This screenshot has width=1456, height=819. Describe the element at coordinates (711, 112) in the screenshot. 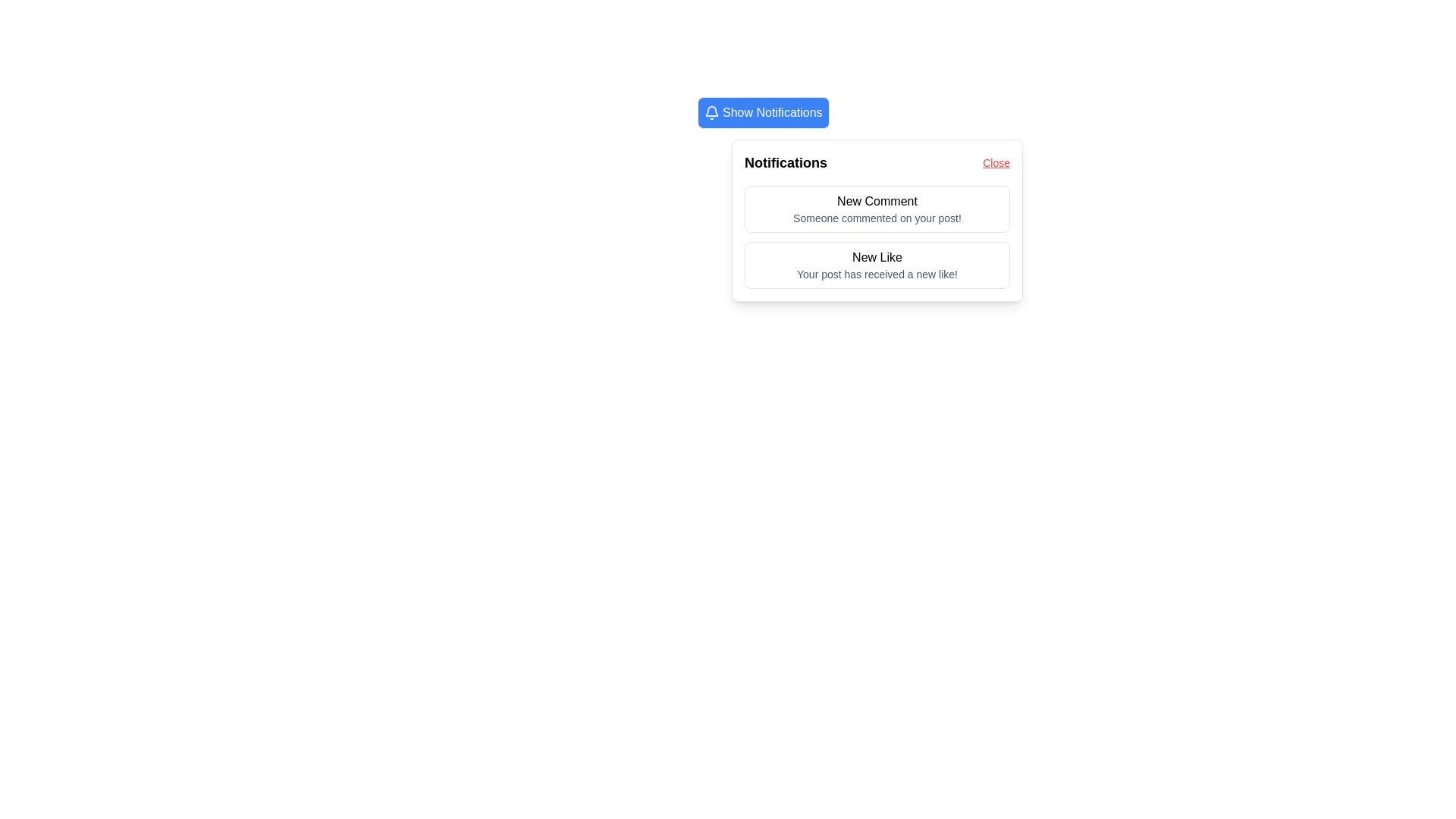

I see `the bell-shaped notification icon, which is located to the left of the 'Show Notifications' button, styled in blue with a circular outline` at that location.